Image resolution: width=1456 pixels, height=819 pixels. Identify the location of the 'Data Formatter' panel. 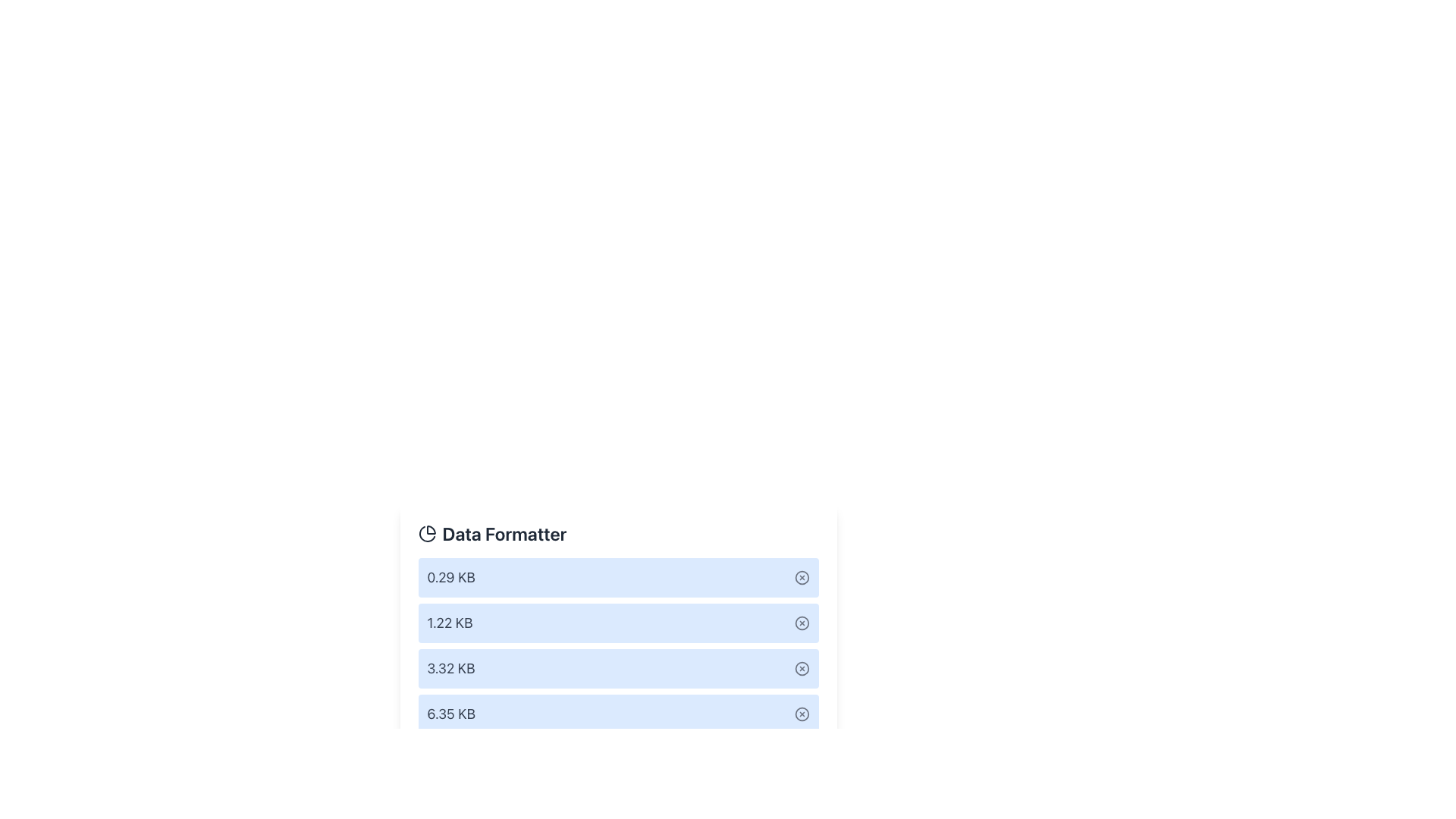
(618, 648).